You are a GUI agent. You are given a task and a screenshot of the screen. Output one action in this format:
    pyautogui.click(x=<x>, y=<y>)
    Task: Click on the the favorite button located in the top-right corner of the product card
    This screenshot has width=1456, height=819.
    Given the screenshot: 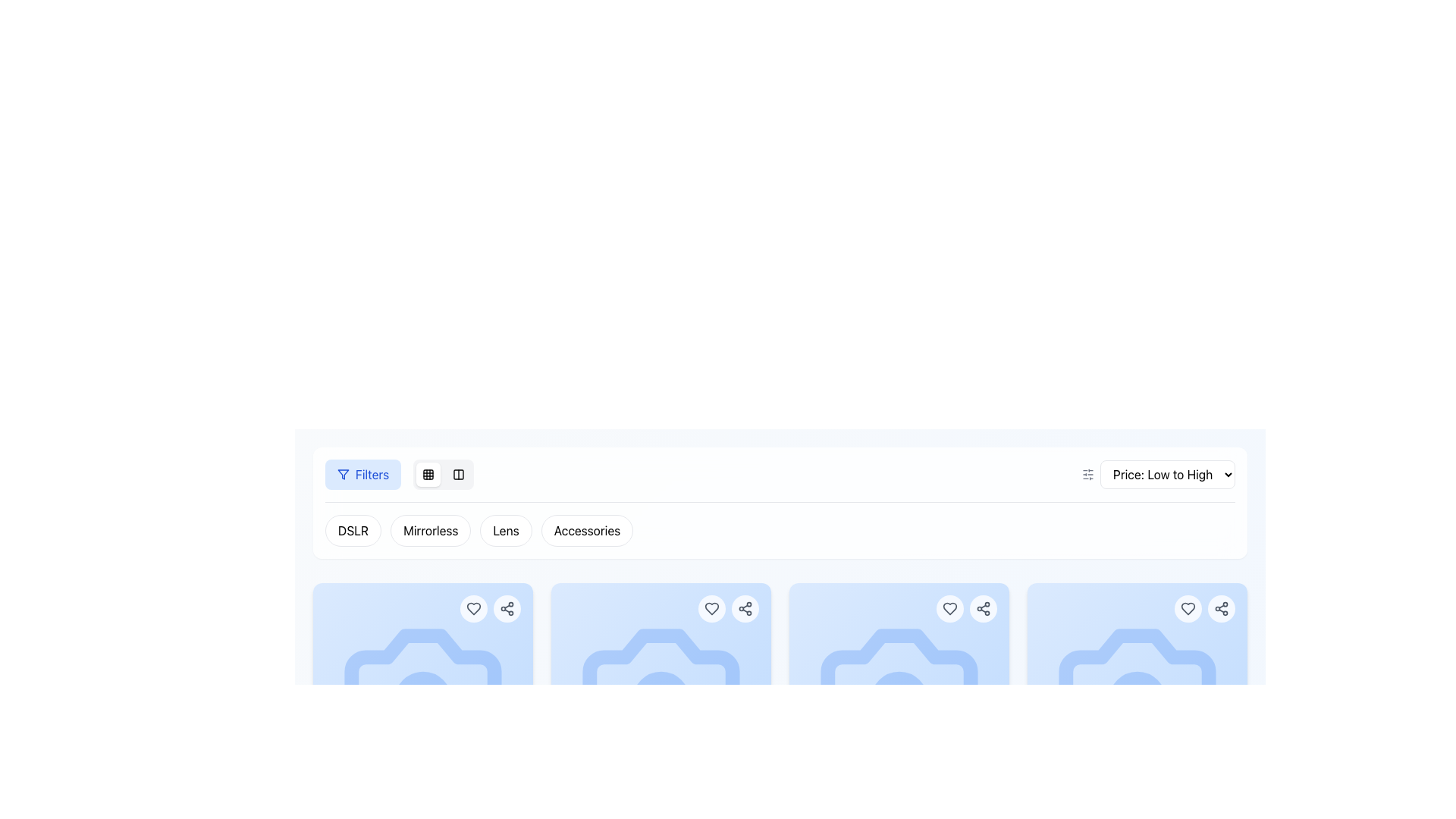 What is the action you would take?
    pyautogui.click(x=1187, y=607)
    